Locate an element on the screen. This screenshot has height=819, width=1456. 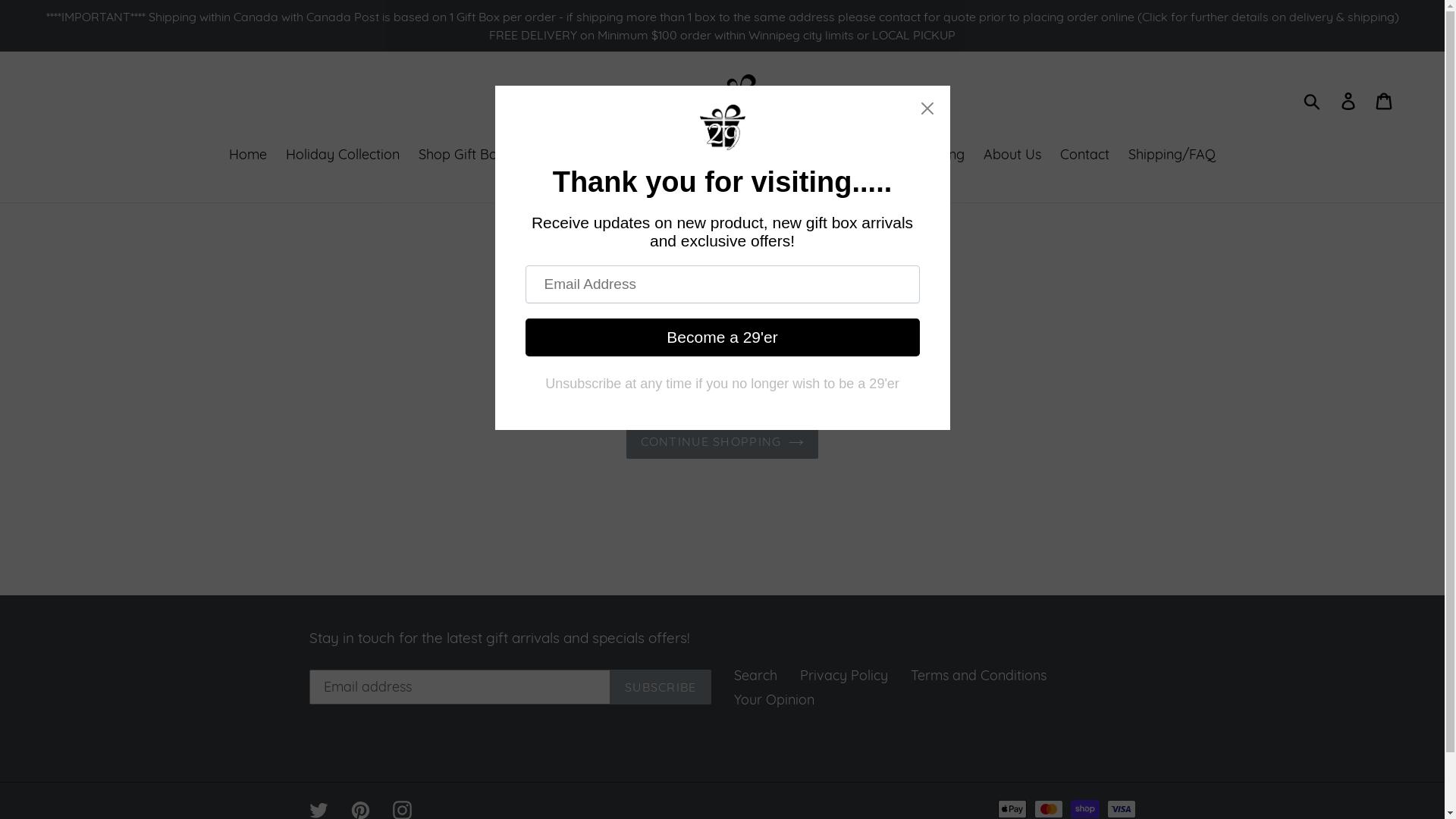
'Log in' is located at coordinates (1331, 99).